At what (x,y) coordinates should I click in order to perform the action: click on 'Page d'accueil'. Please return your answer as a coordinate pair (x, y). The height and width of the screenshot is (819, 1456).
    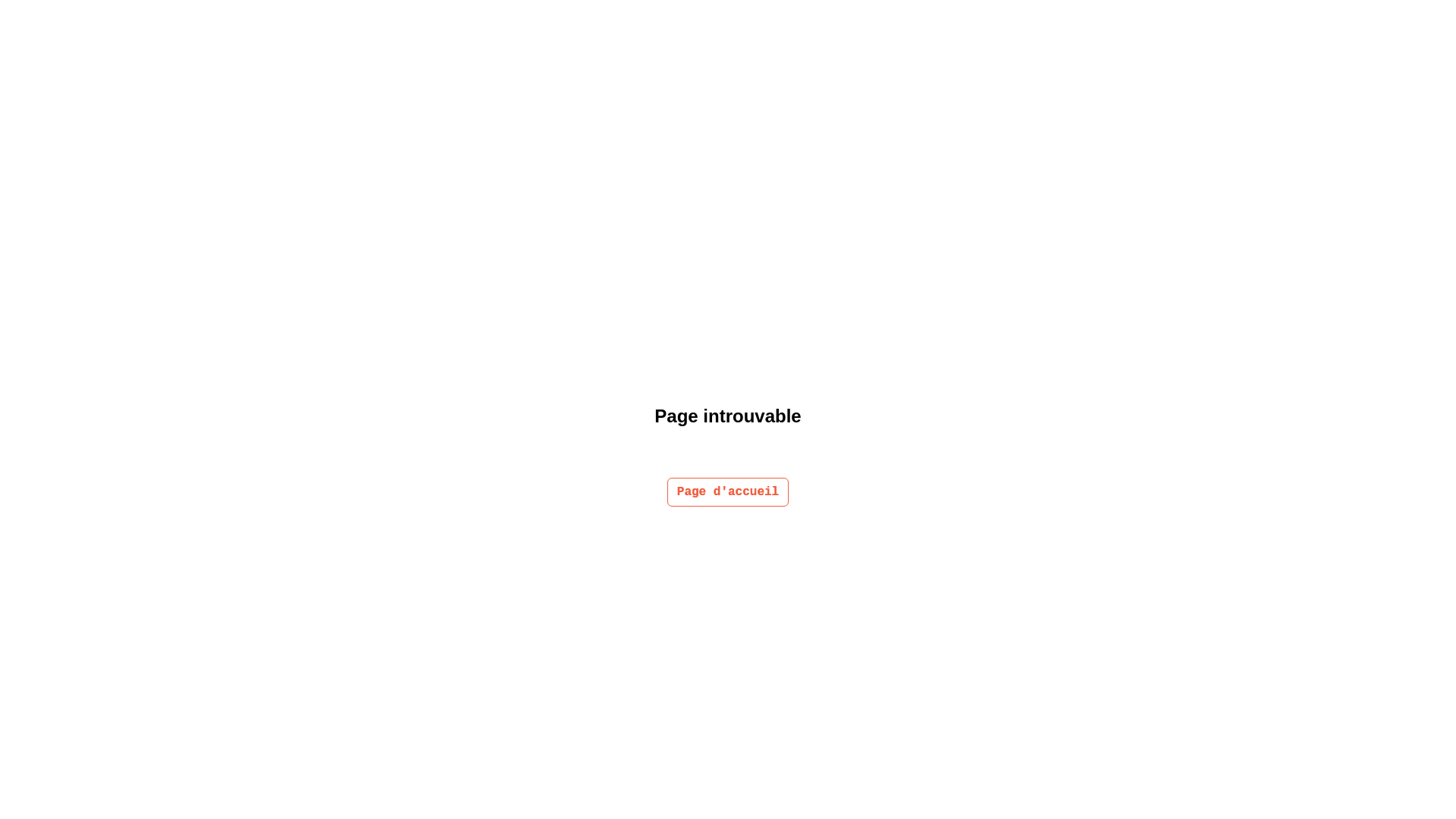
    Looking at the image, I should click on (667, 491).